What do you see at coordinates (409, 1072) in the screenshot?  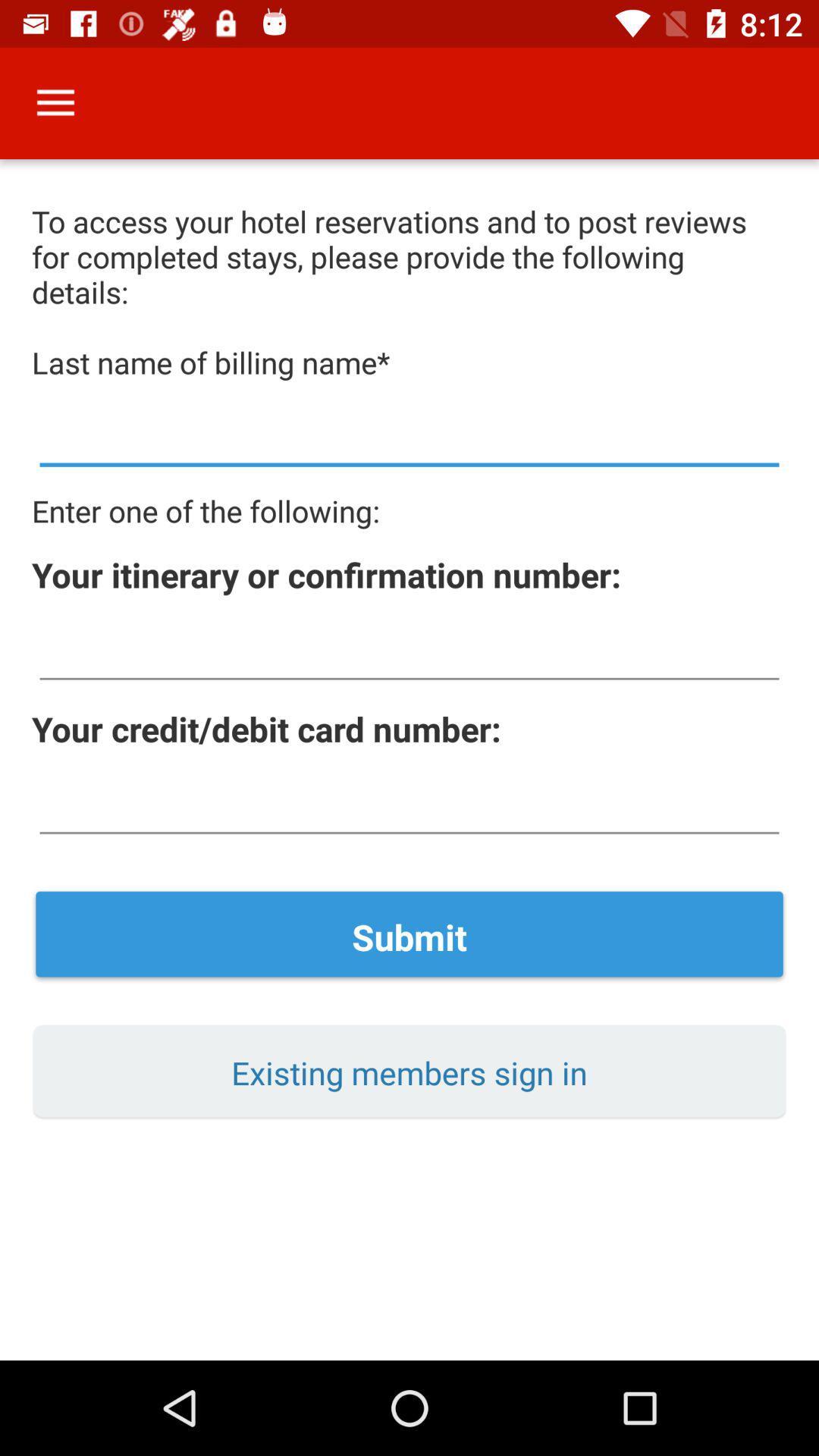 I see `the existing members sign` at bounding box center [409, 1072].